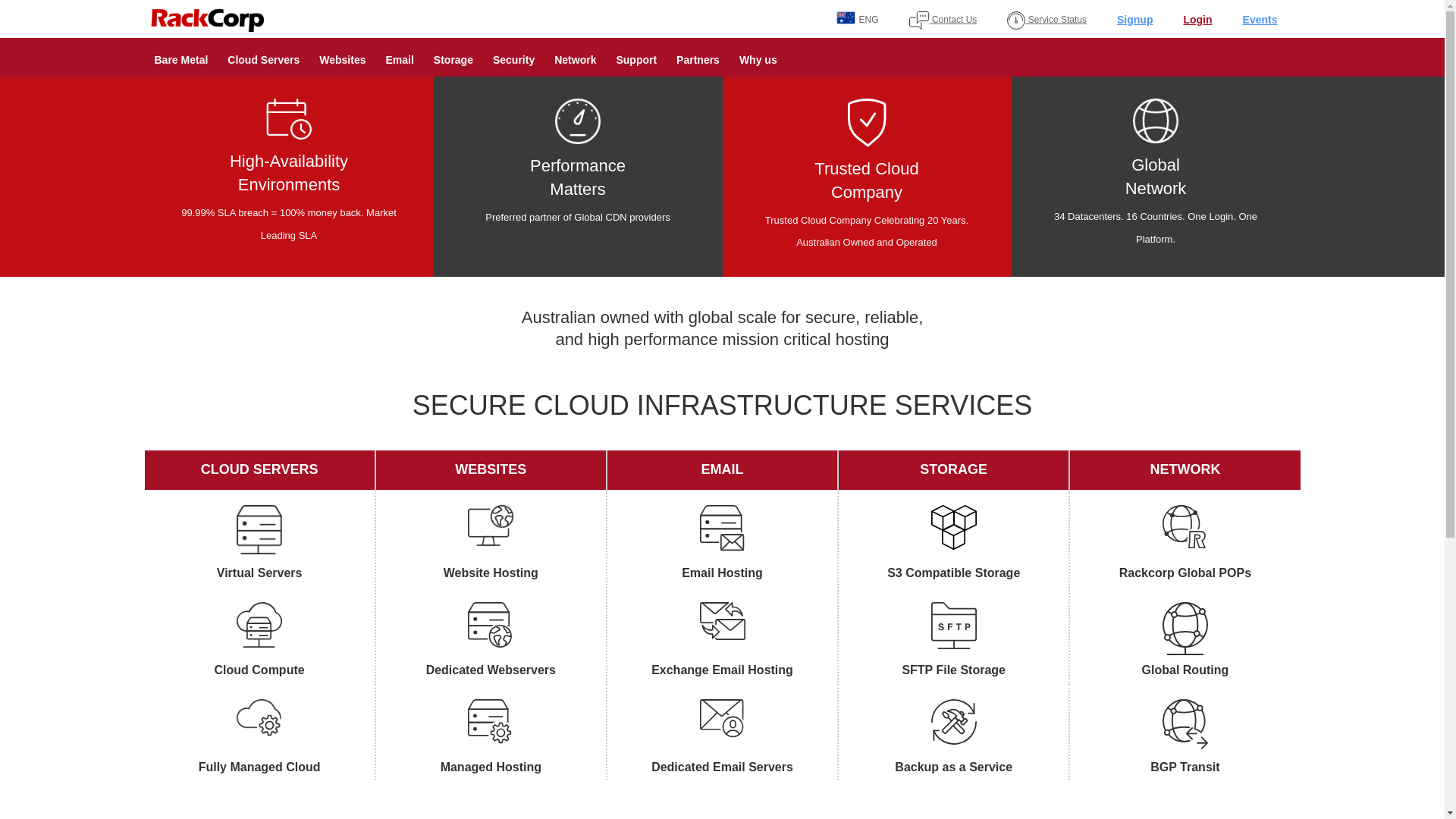 The height and width of the screenshot is (819, 1456). Describe the element at coordinates (918, 20) in the screenshot. I see `'contact_us'` at that location.